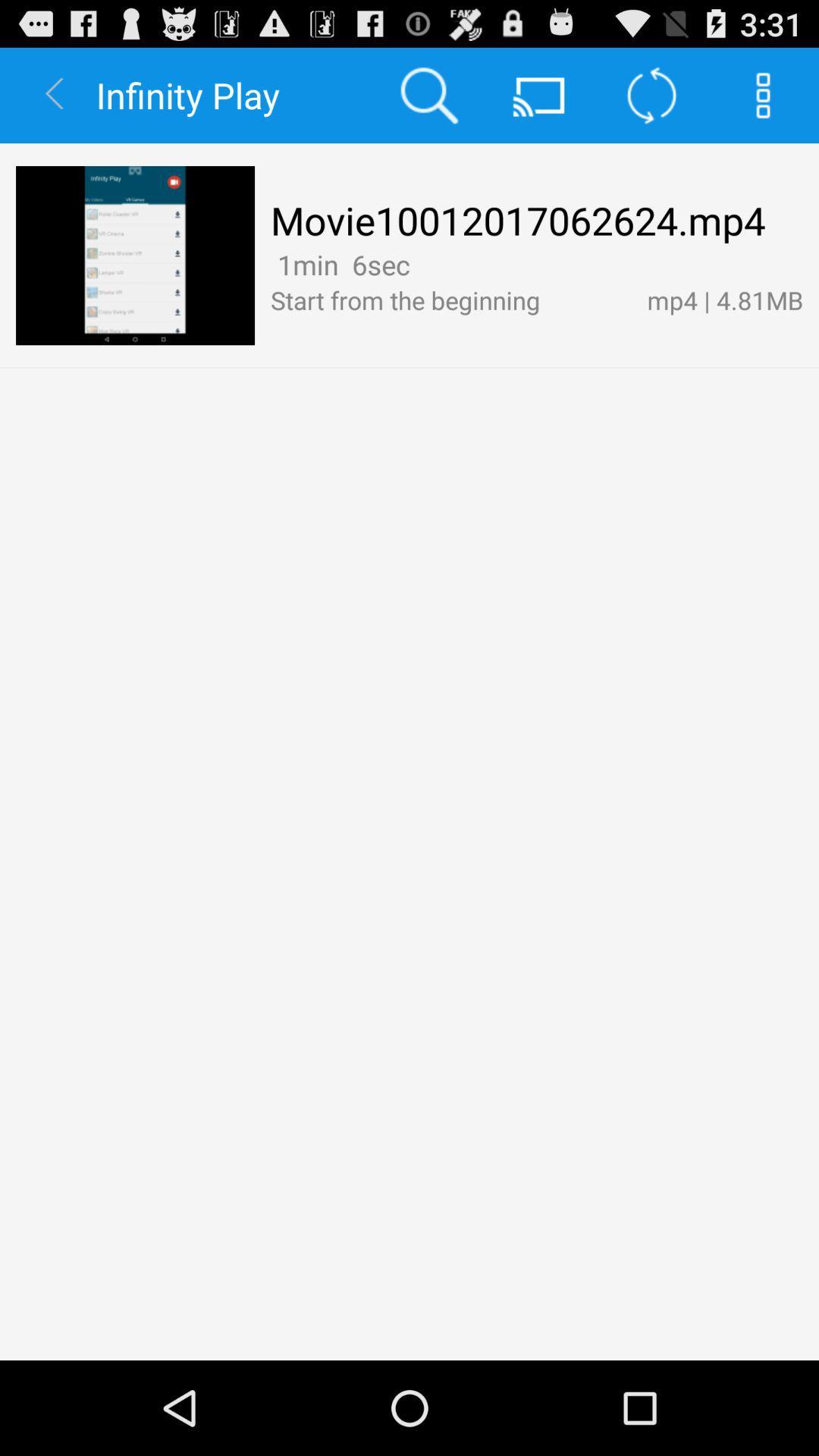 The image size is (819, 1456). What do you see at coordinates (421, 264) in the screenshot?
I see `the item next to the mp4 | 4.81mb icon` at bounding box center [421, 264].